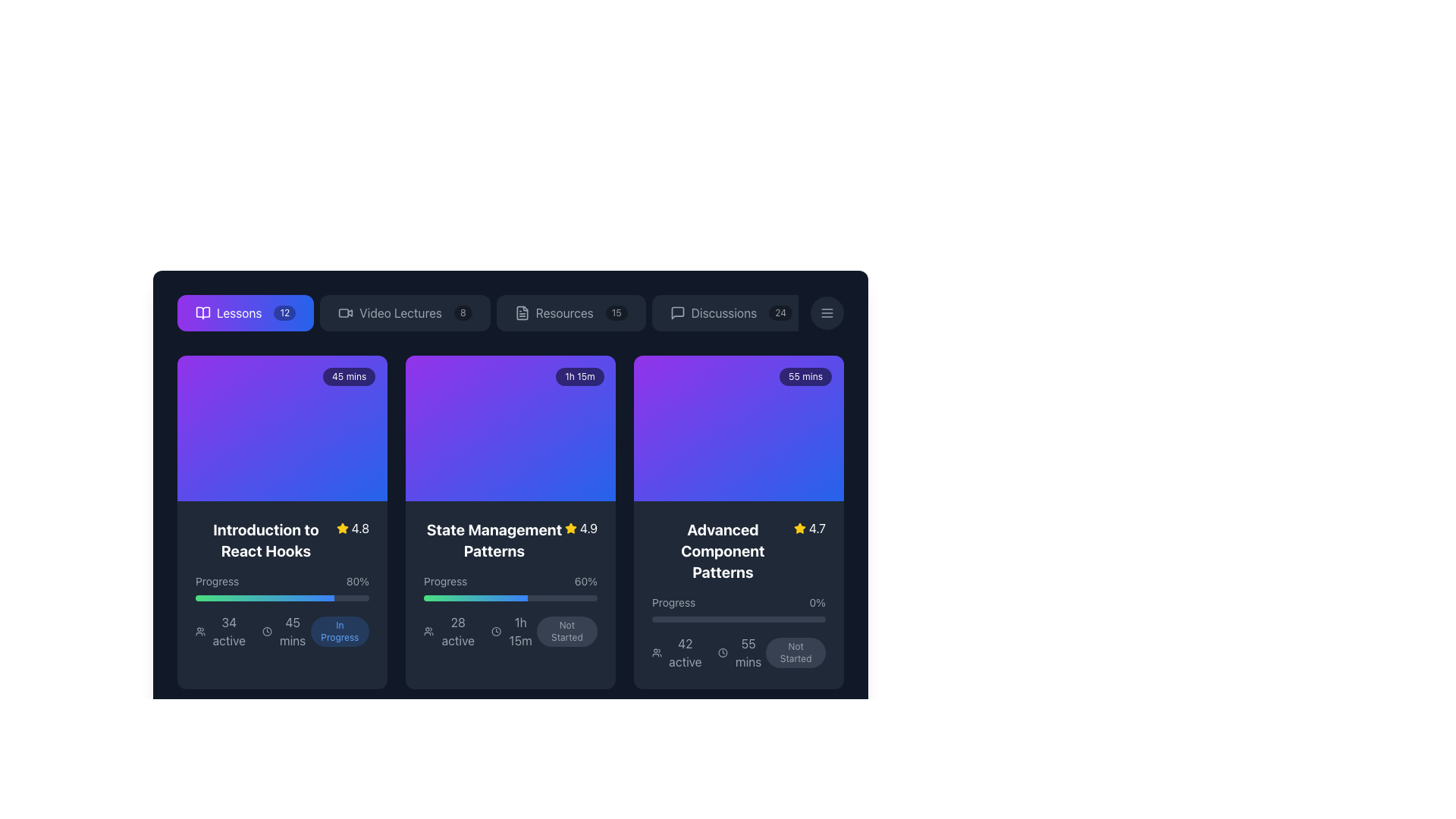 Image resolution: width=1456 pixels, height=819 pixels. What do you see at coordinates (282, 610) in the screenshot?
I see `the progress information display box containing the title 'Progress', the completion percentage '80%', and activity details` at bounding box center [282, 610].